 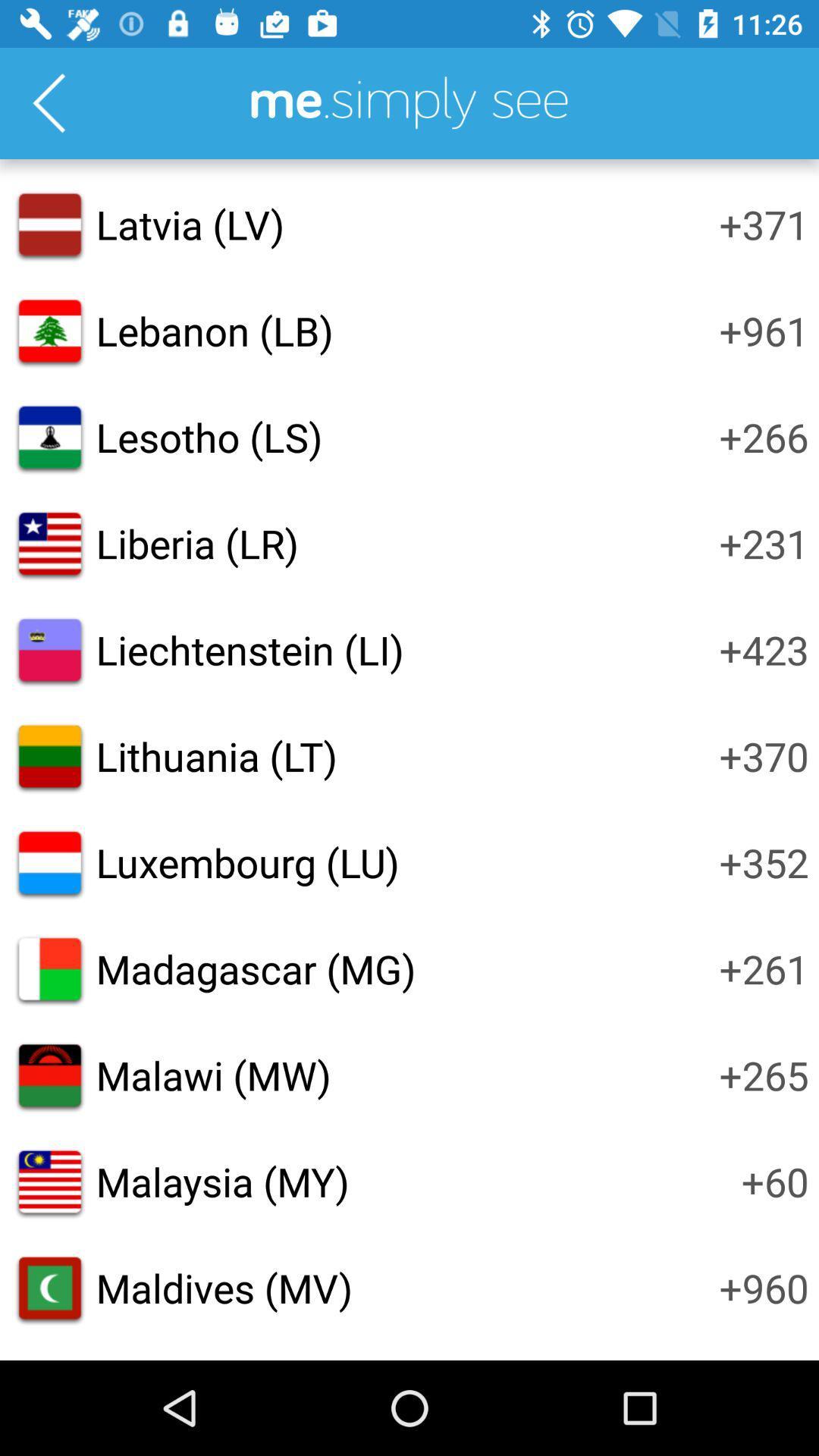 What do you see at coordinates (775, 1181) in the screenshot?
I see `+60 item` at bounding box center [775, 1181].